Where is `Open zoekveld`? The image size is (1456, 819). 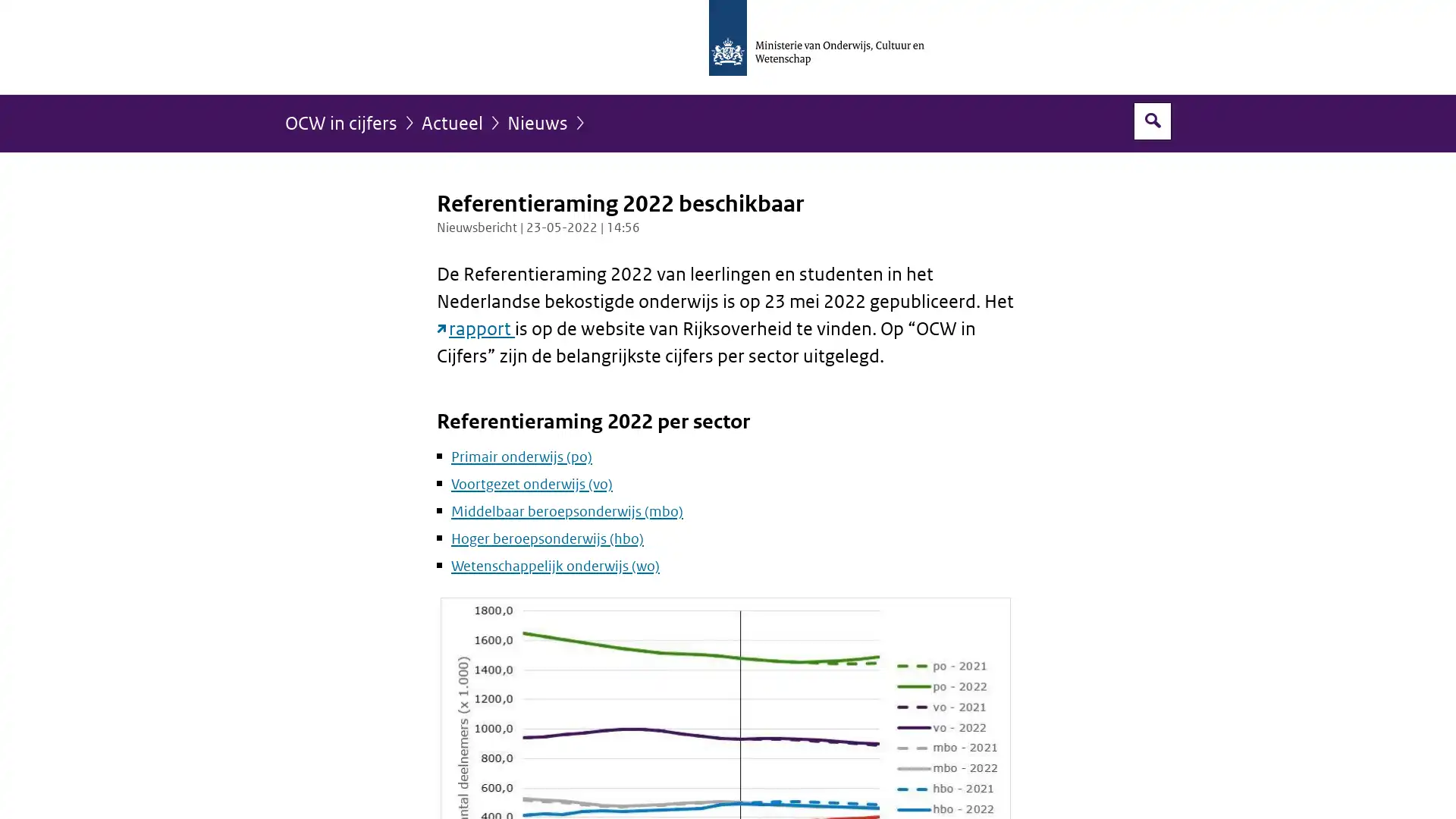
Open zoekveld is located at coordinates (1153, 120).